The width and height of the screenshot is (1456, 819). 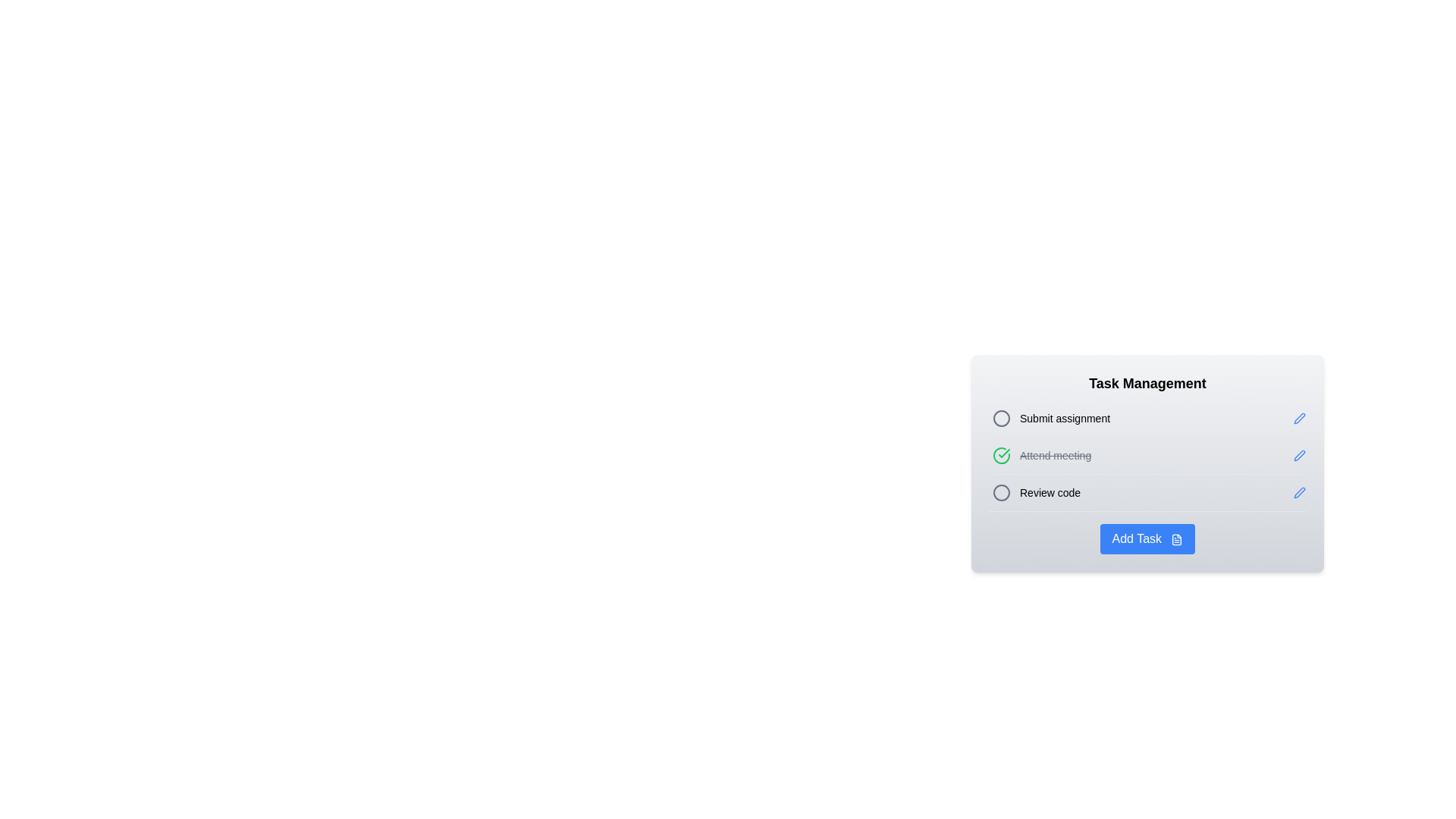 What do you see at coordinates (1001, 418) in the screenshot?
I see `the circular icon at the beginning of the first task in the 'Task Management' section` at bounding box center [1001, 418].